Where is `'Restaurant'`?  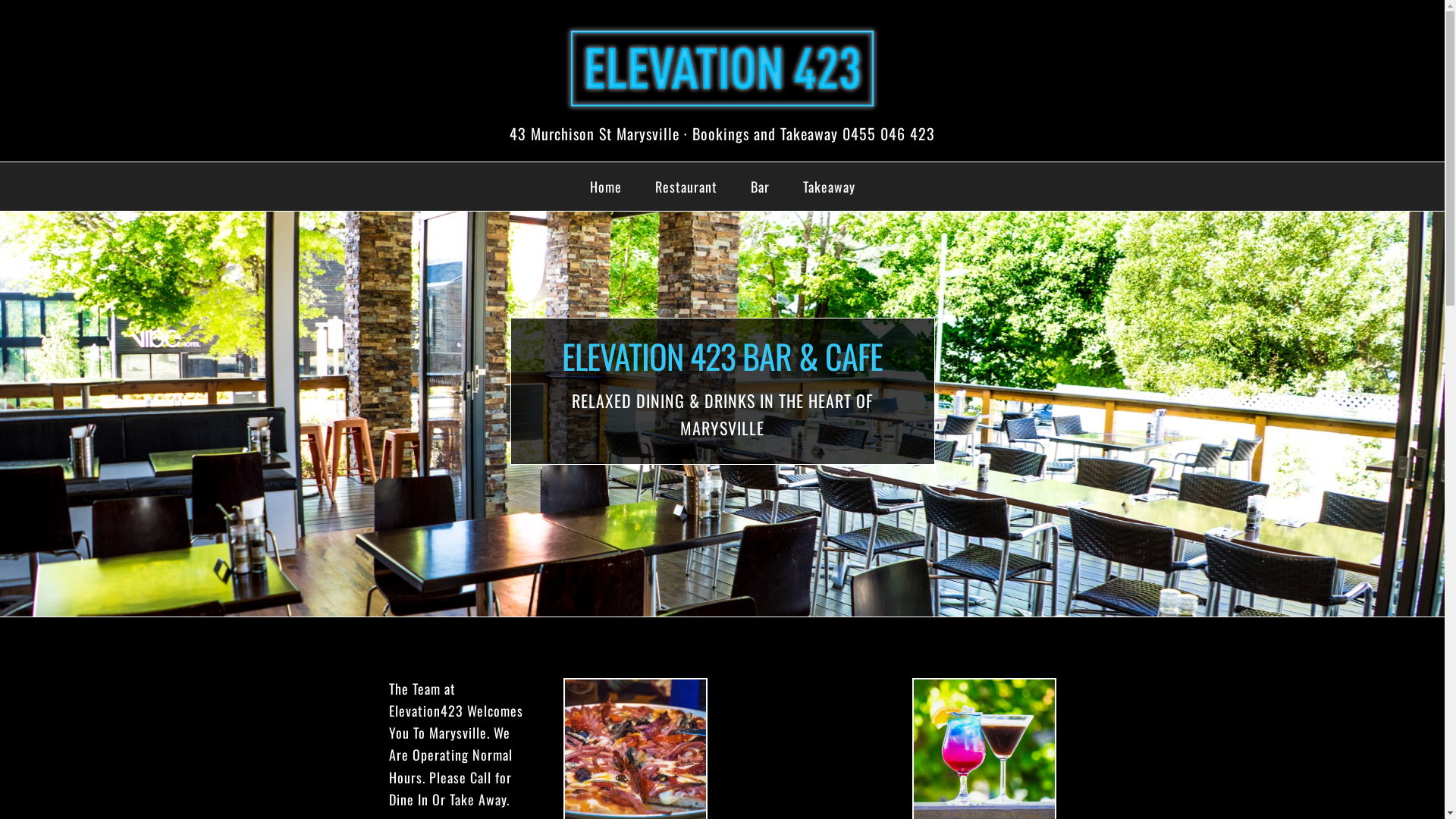
'Restaurant' is located at coordinates (686, 186).